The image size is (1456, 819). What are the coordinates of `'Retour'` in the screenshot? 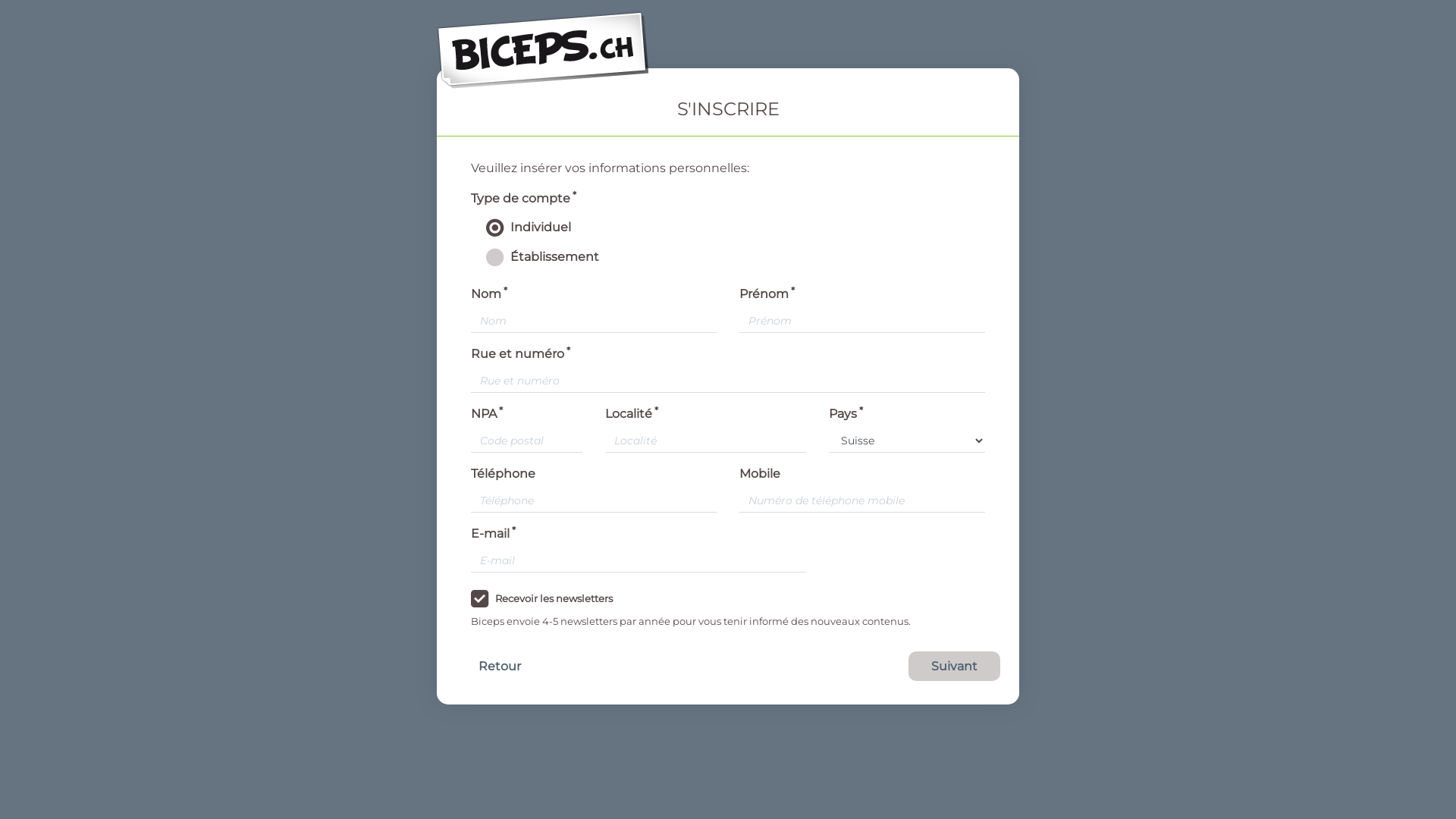 It's located at (499, 665).